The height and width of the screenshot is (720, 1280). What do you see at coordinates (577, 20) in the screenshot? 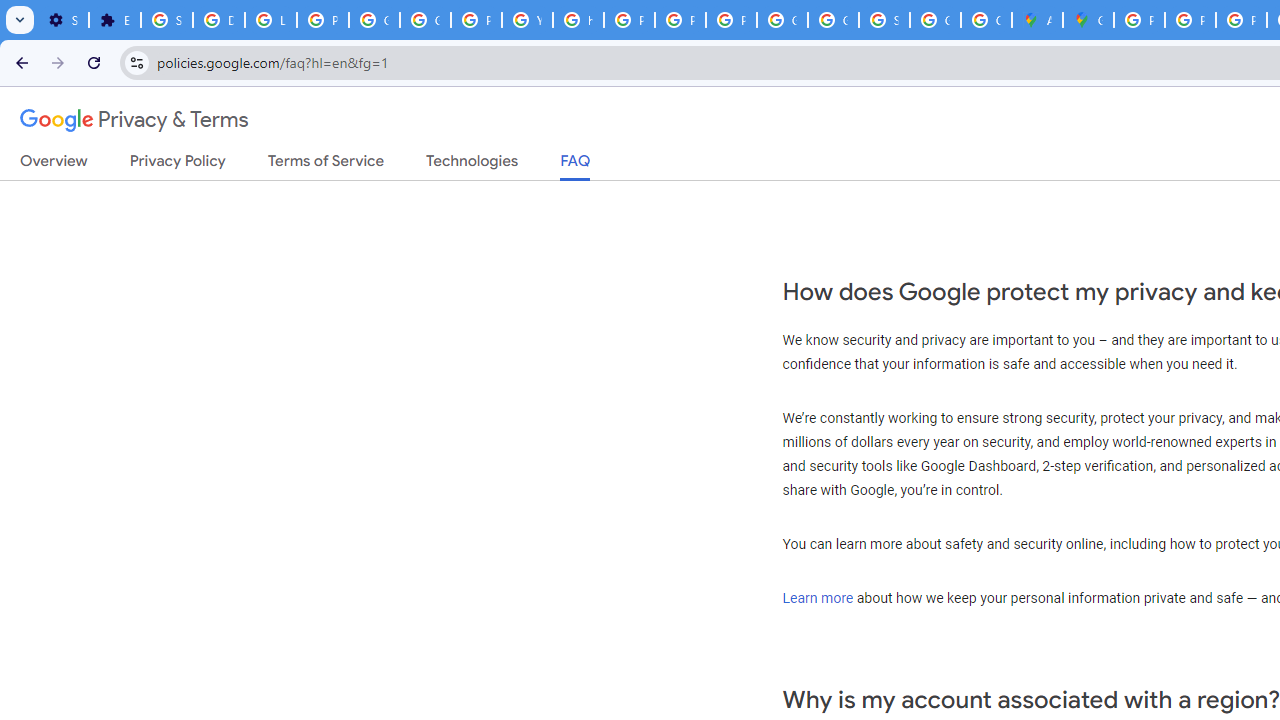
I see `'https://scholar.google.com/'` at bounding box center [577, 20].